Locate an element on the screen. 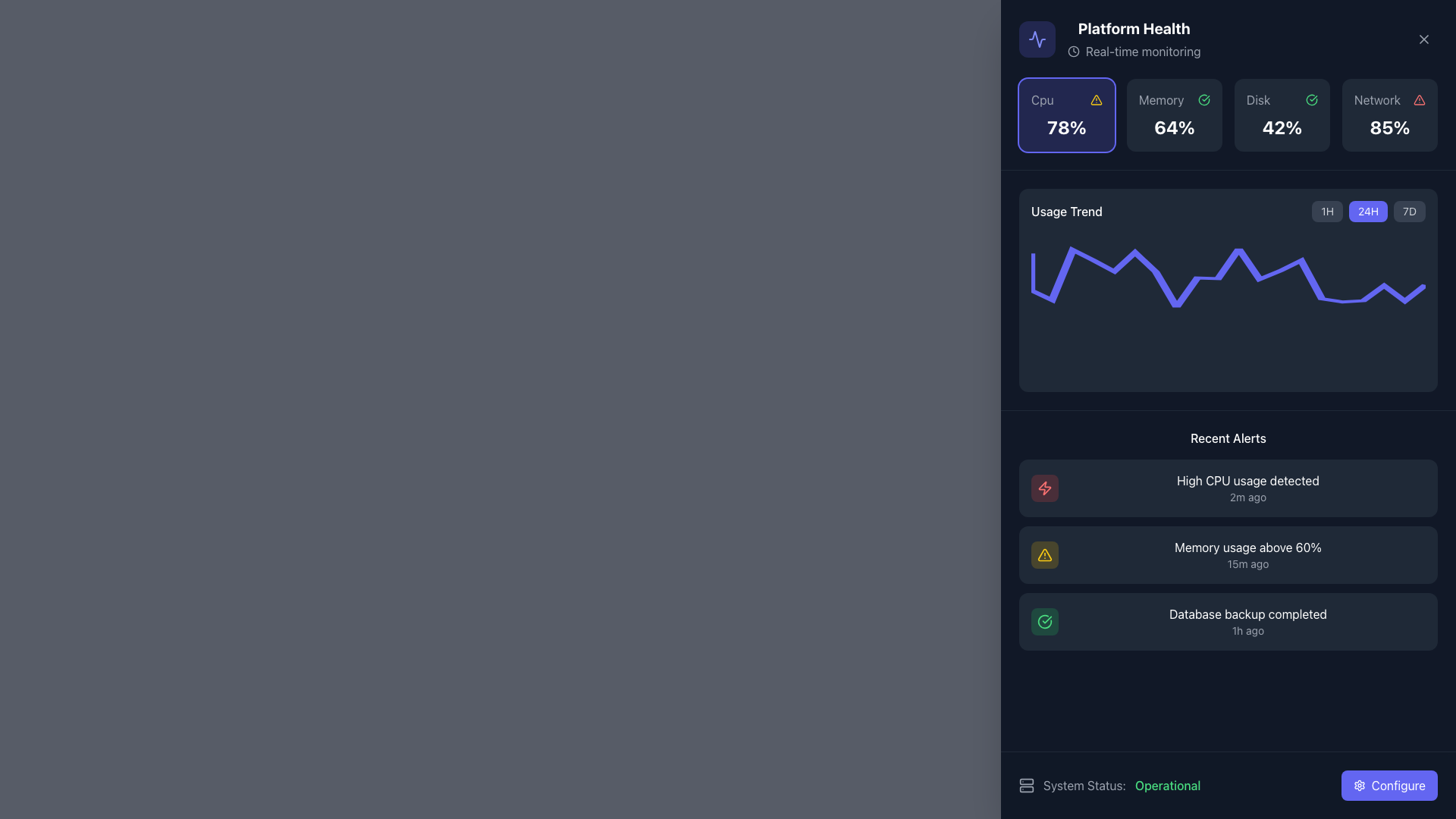 This screenshot has height=819, width=1456. the text block displaying 'High CPU usage detected' in white font, located in the 'Recent Alerts' section, directly to the right of the red lightning bolt icon is located at coordinates (1248, 480).